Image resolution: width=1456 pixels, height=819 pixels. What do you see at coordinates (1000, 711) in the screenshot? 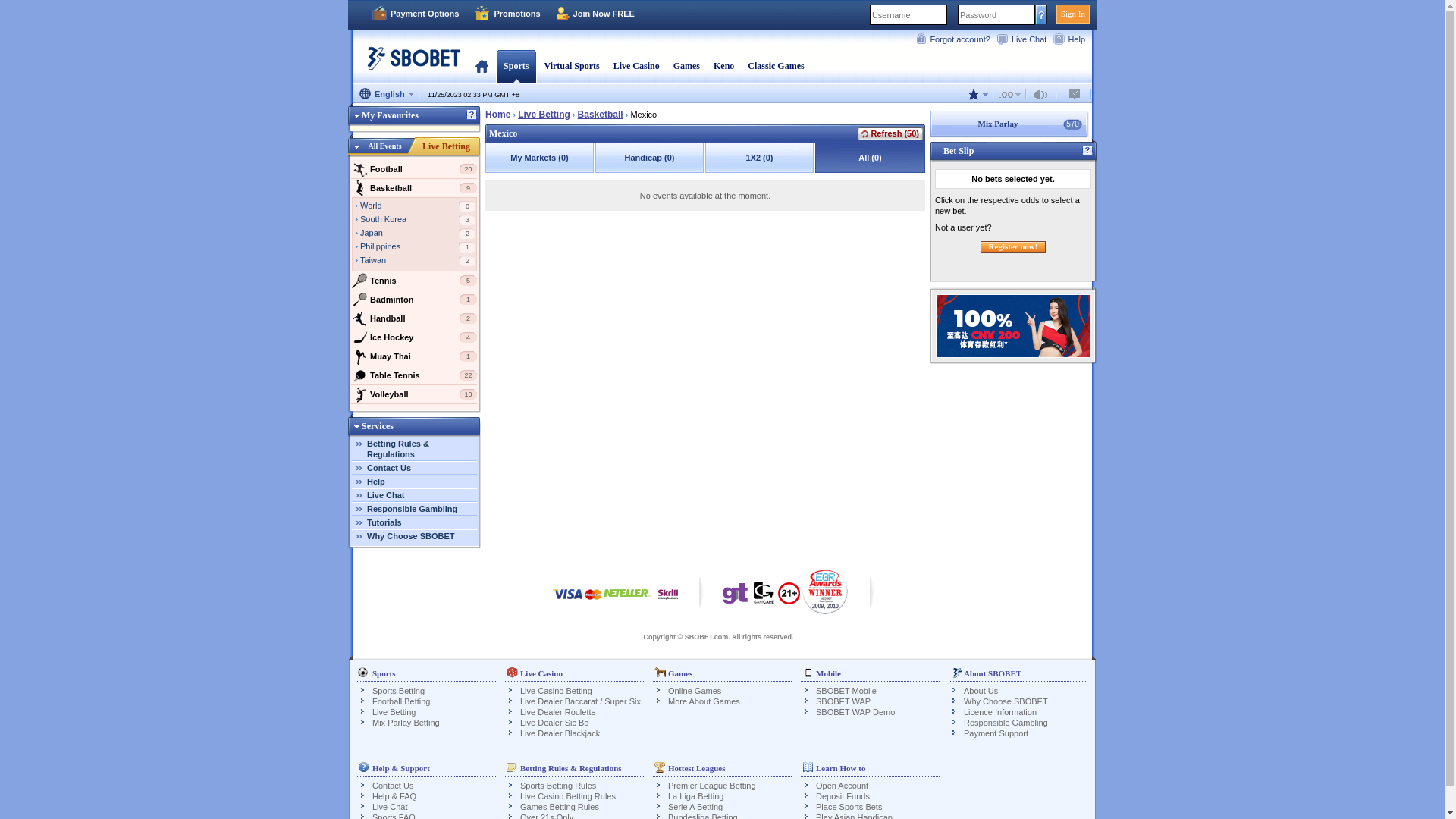
I see `'Licence Information'` at bounding box center [1000, 711].